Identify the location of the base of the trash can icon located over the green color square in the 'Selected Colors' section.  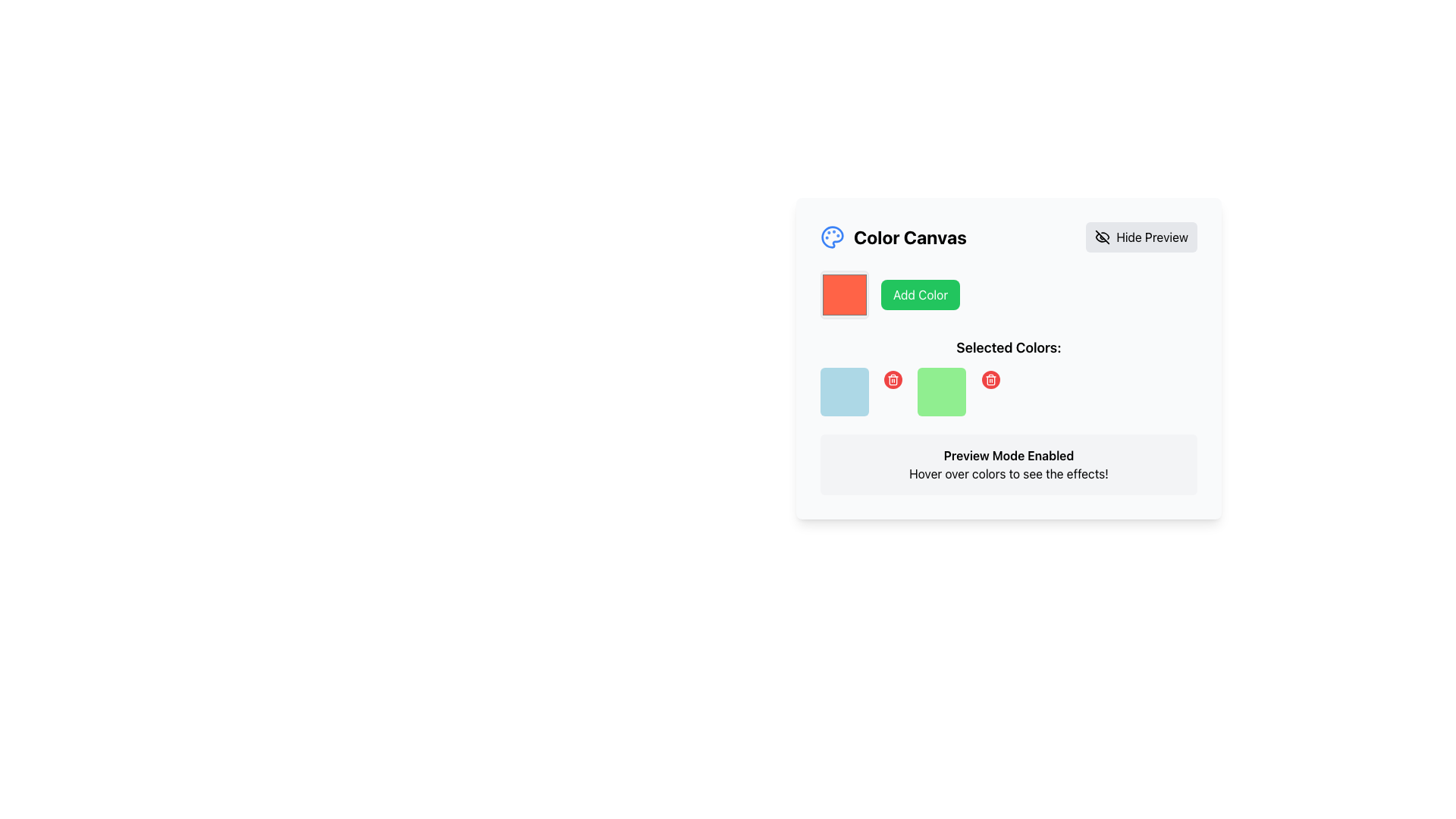
(893, 380).